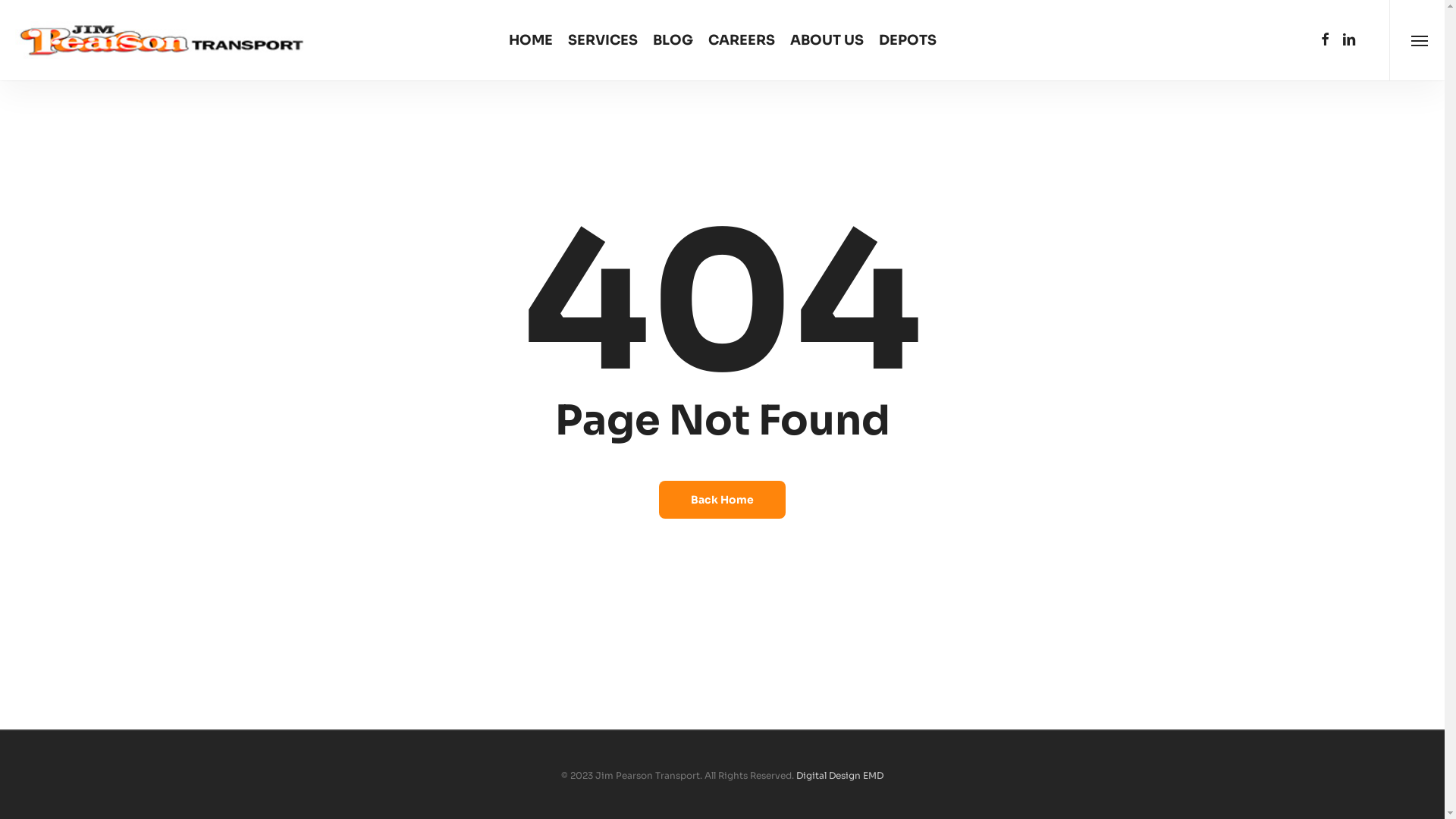  I want to click on 'DEPOTS', so click(870, 39).